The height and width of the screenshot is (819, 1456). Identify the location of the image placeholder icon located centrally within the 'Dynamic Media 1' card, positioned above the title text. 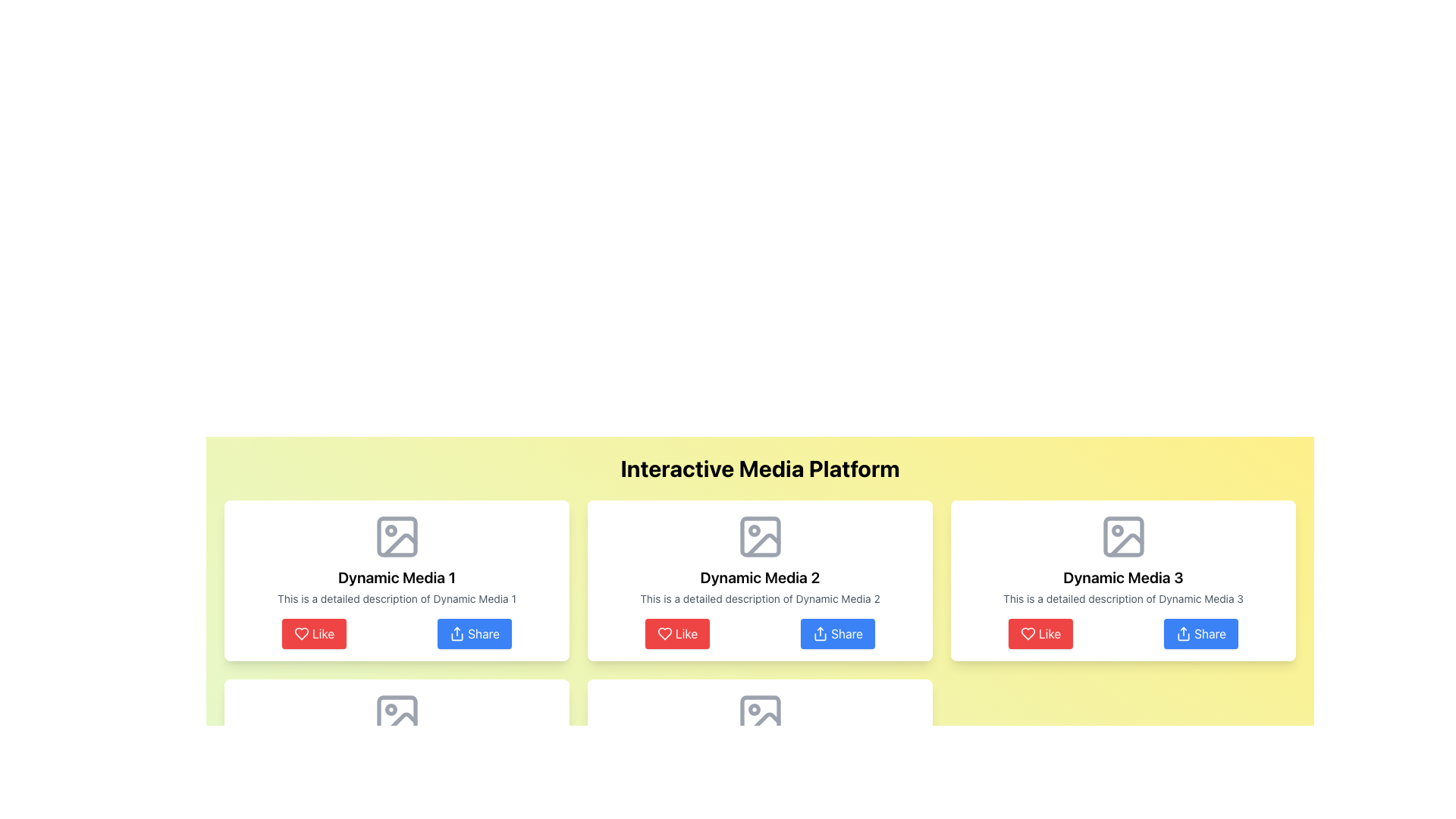
(397, 536).